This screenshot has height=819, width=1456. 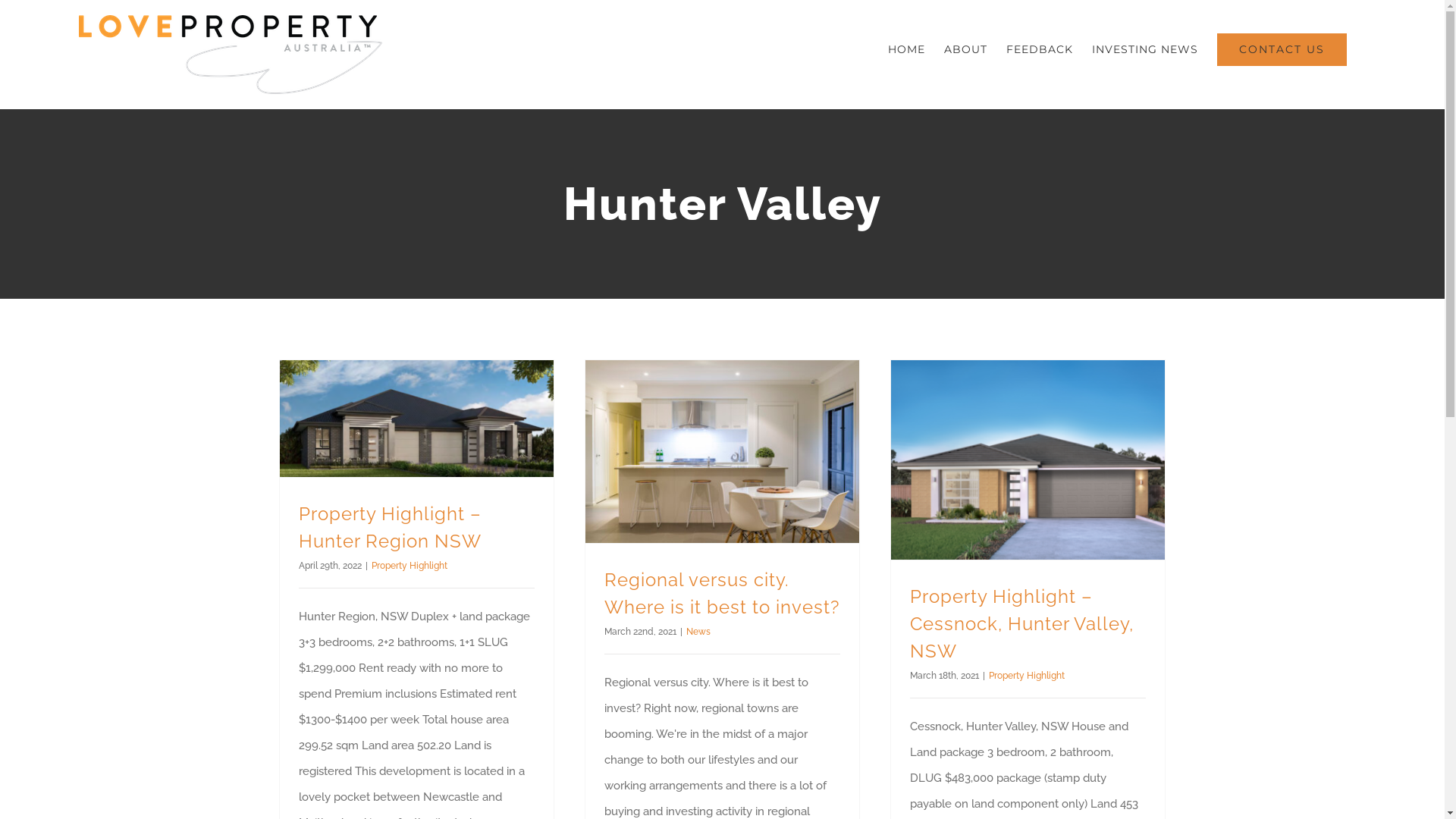 What do you see at coordinates (1281, 49) in the screenshot?
I see `'CONTACT US'` at bounding box center [1281, 49].